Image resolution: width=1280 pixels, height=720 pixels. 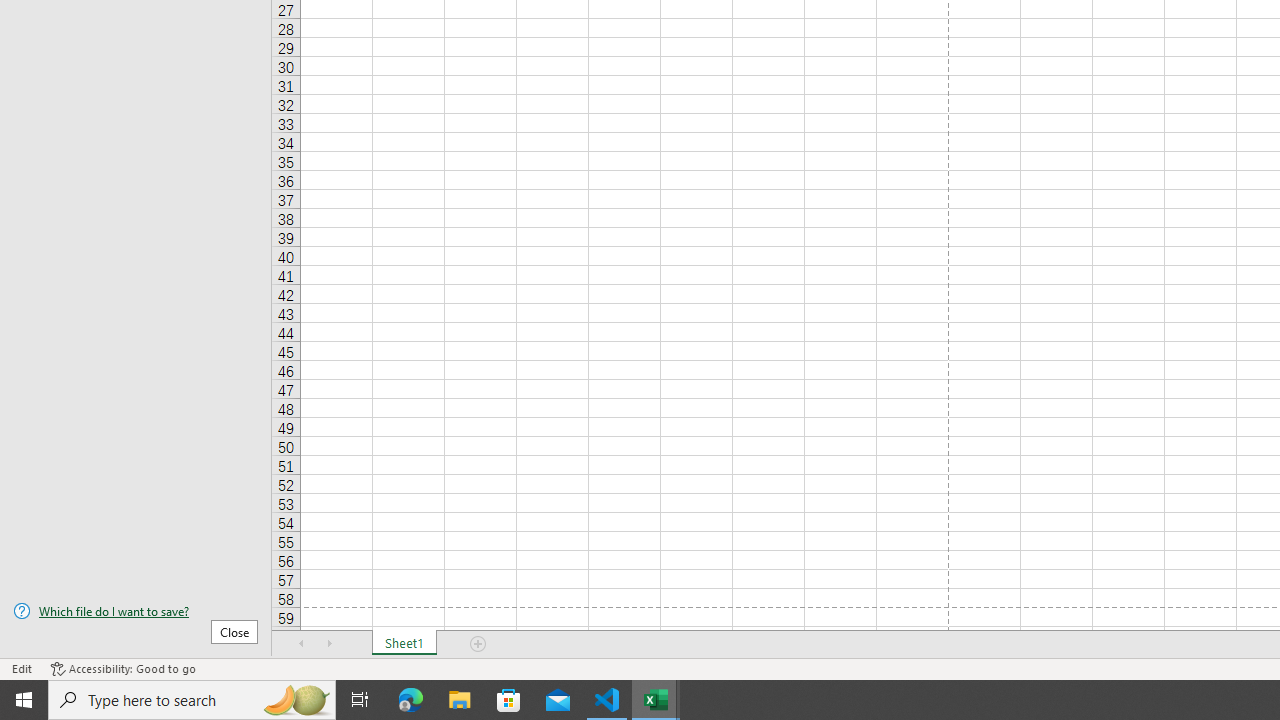 What do you see at coordinates (301, 644) in the screenshot?
I see `'Scroll Left'` at bounding box center [301, 644].